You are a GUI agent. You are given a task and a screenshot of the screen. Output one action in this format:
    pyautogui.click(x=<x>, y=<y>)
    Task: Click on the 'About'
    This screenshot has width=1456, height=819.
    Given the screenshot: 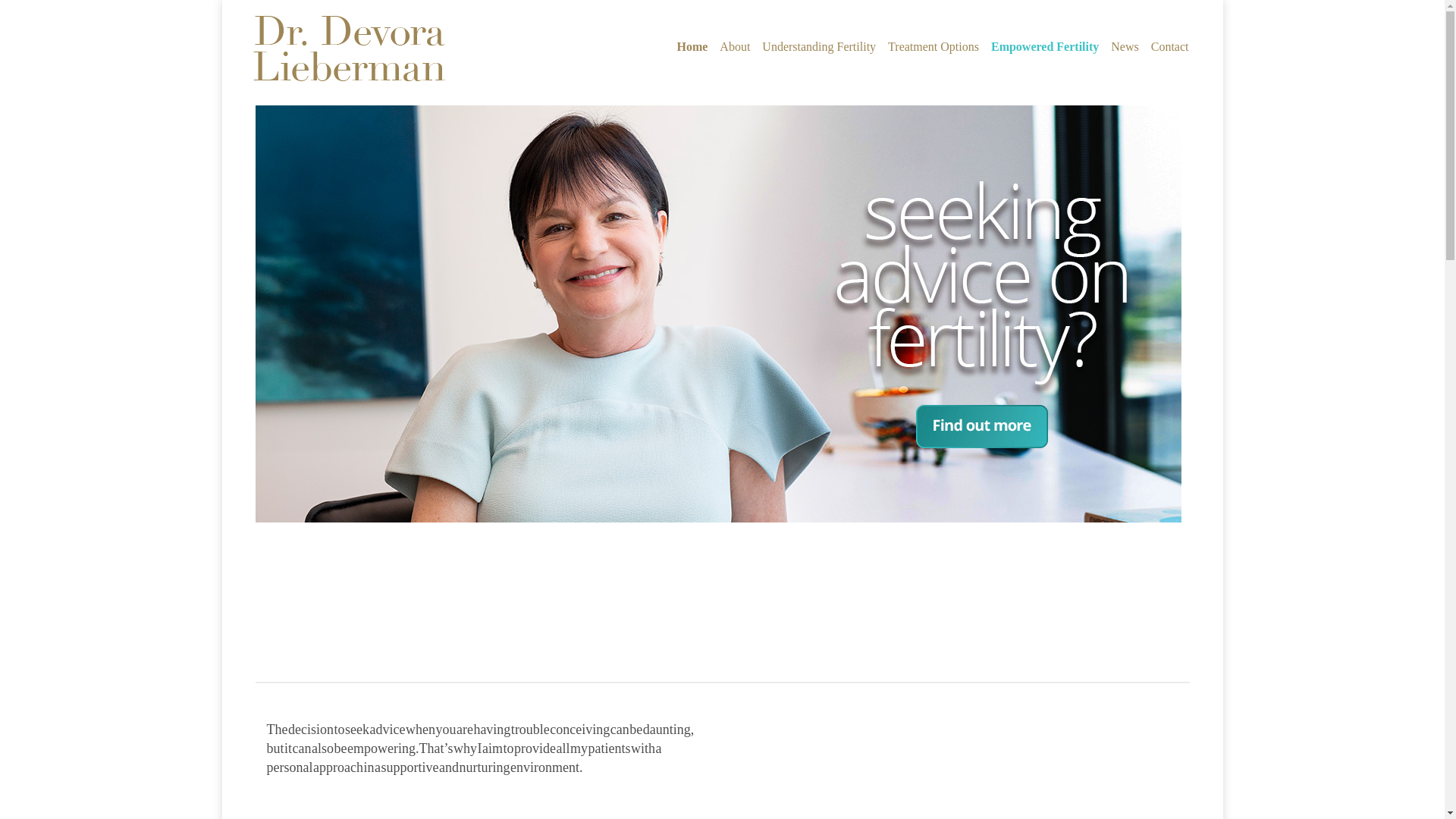 What is the action you would take?
    pyautogui.click(x=735, y=46)
    